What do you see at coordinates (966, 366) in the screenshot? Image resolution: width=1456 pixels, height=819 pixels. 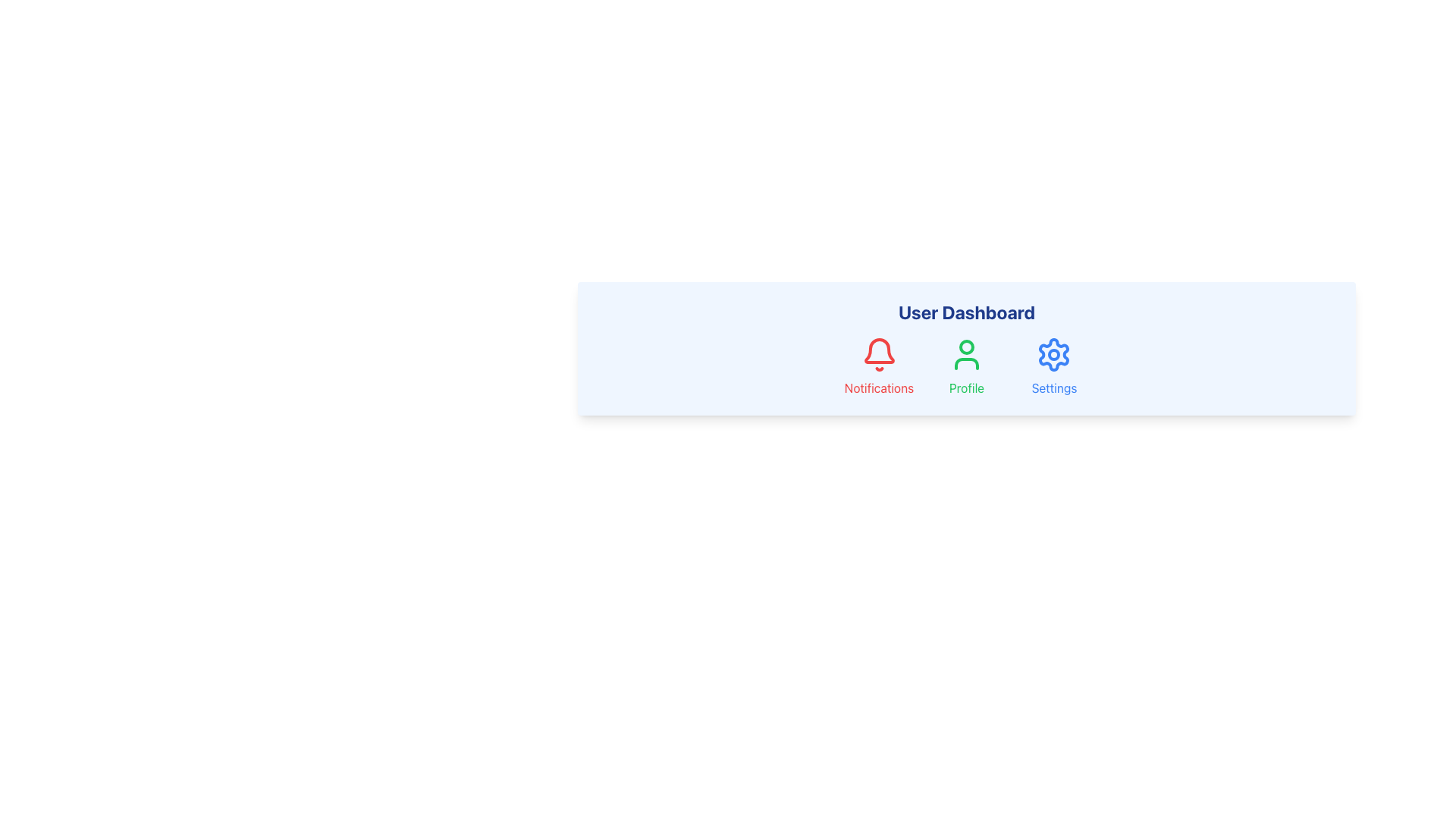 I see `the 'Profile' icon and label in the User Dashboard` at bounding box center [966, 366].